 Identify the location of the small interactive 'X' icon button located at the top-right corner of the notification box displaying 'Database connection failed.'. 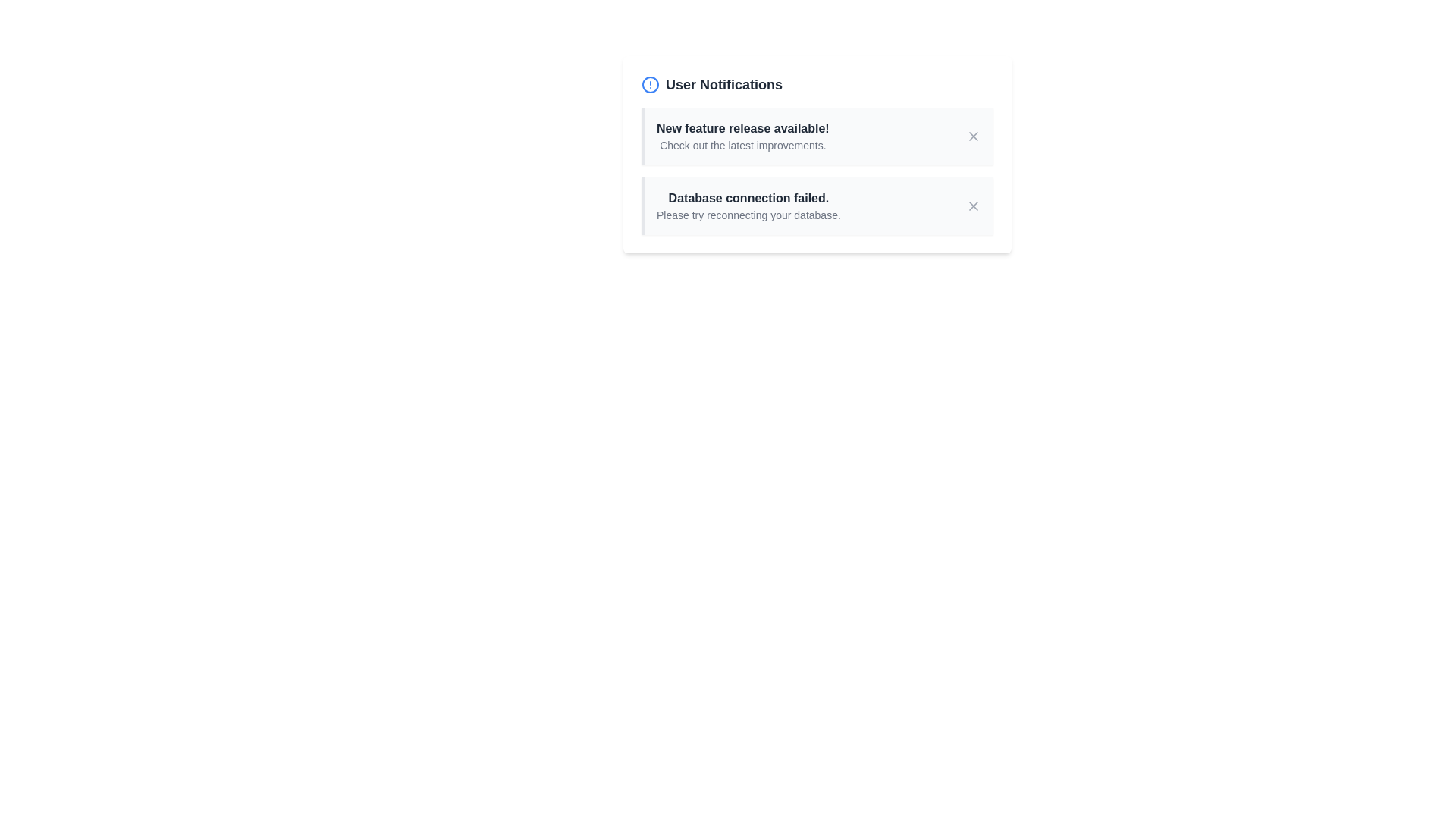
(973, 206).